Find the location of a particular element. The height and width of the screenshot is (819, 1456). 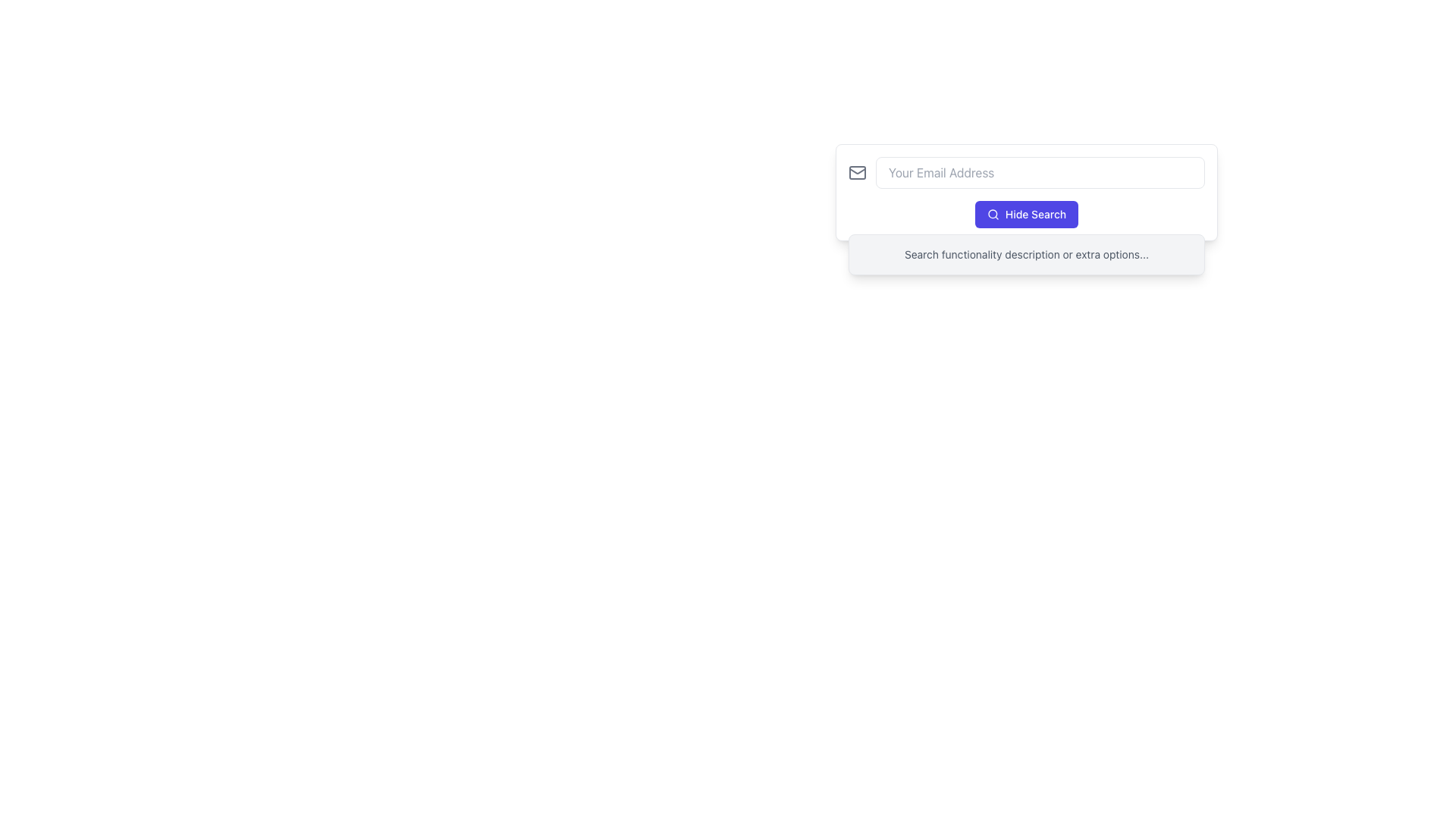

the decorative SVG component of the email input field, which is located to the left of the 'Your Email Address' placeholder text in the top central region of the interface is located at coordinates (858, 171).